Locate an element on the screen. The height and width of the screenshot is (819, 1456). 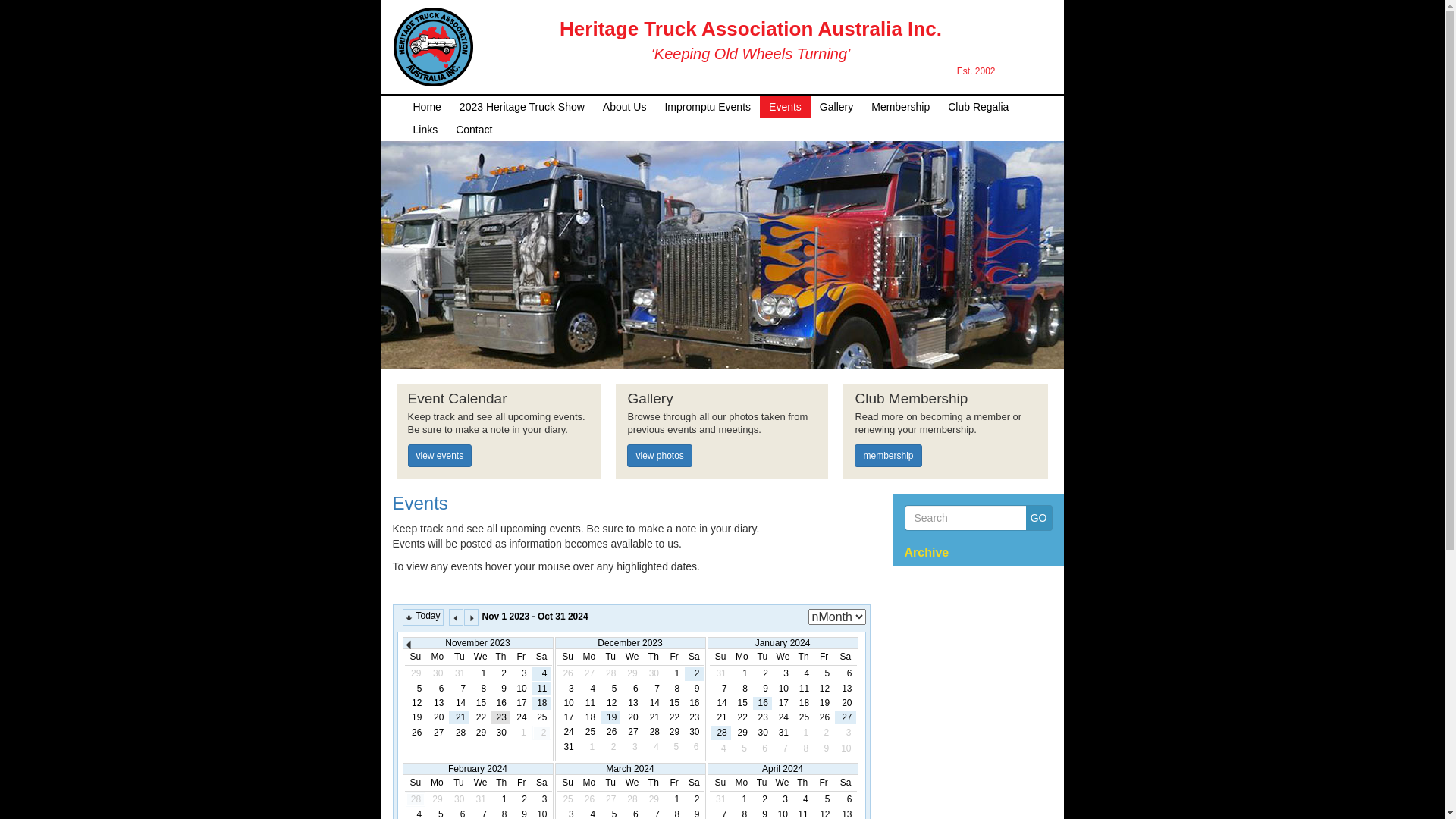
'17' is located at coordinates (566, 717).